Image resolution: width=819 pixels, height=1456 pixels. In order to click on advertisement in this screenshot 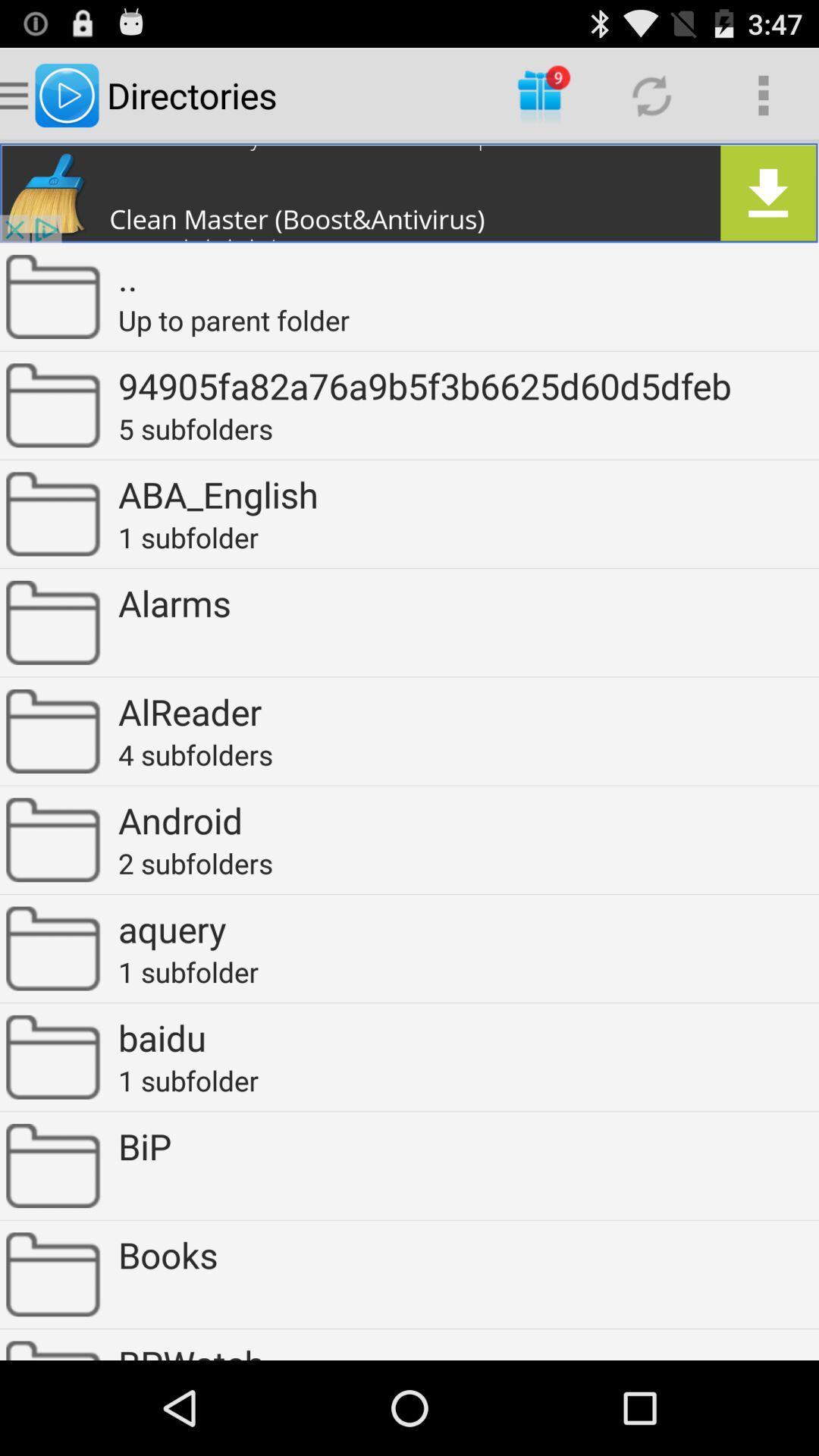, I will do `click(409, 192)`.